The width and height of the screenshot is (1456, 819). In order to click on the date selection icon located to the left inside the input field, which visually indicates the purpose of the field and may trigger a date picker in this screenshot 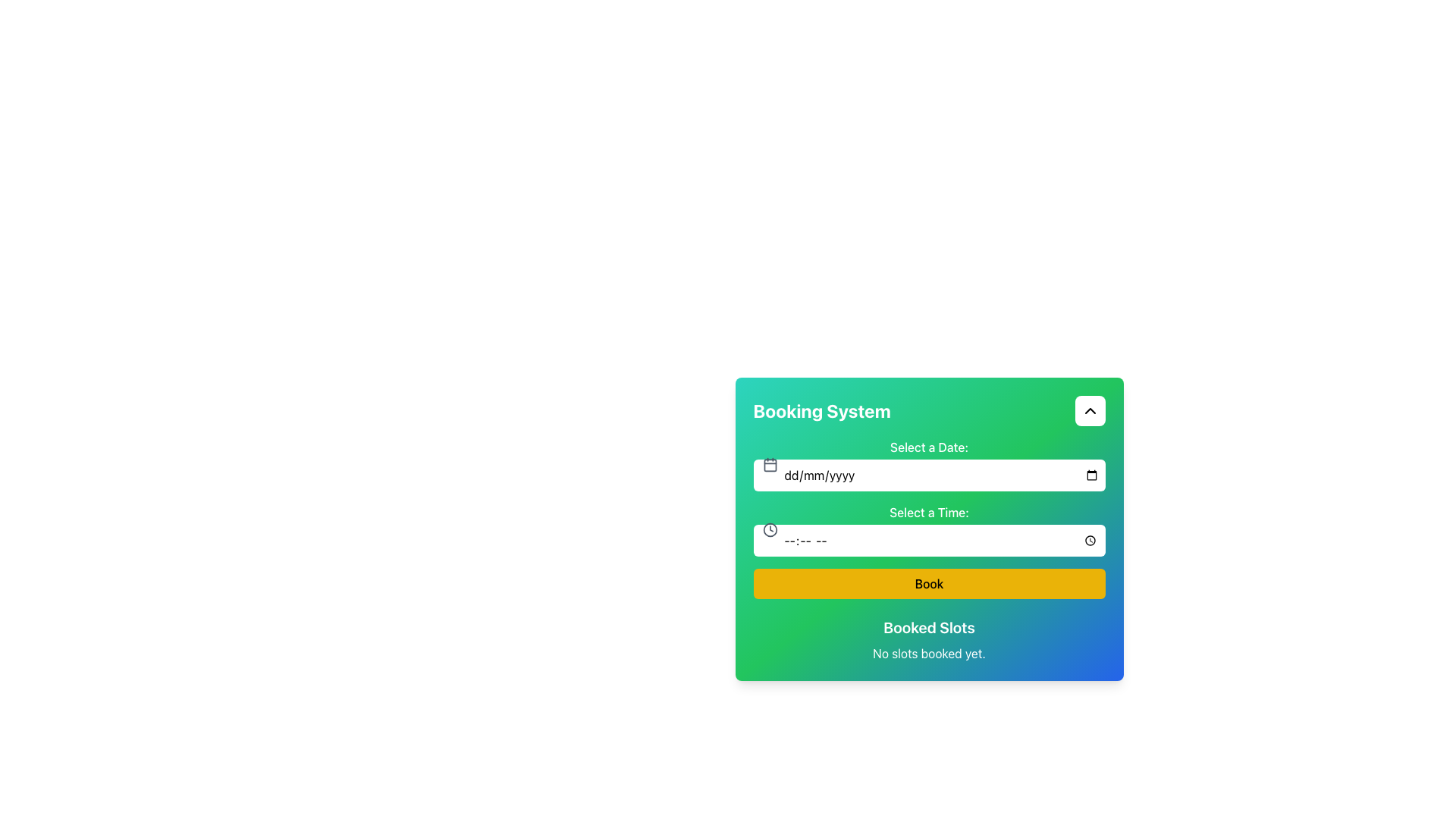, I will do `click(770, 463)`.